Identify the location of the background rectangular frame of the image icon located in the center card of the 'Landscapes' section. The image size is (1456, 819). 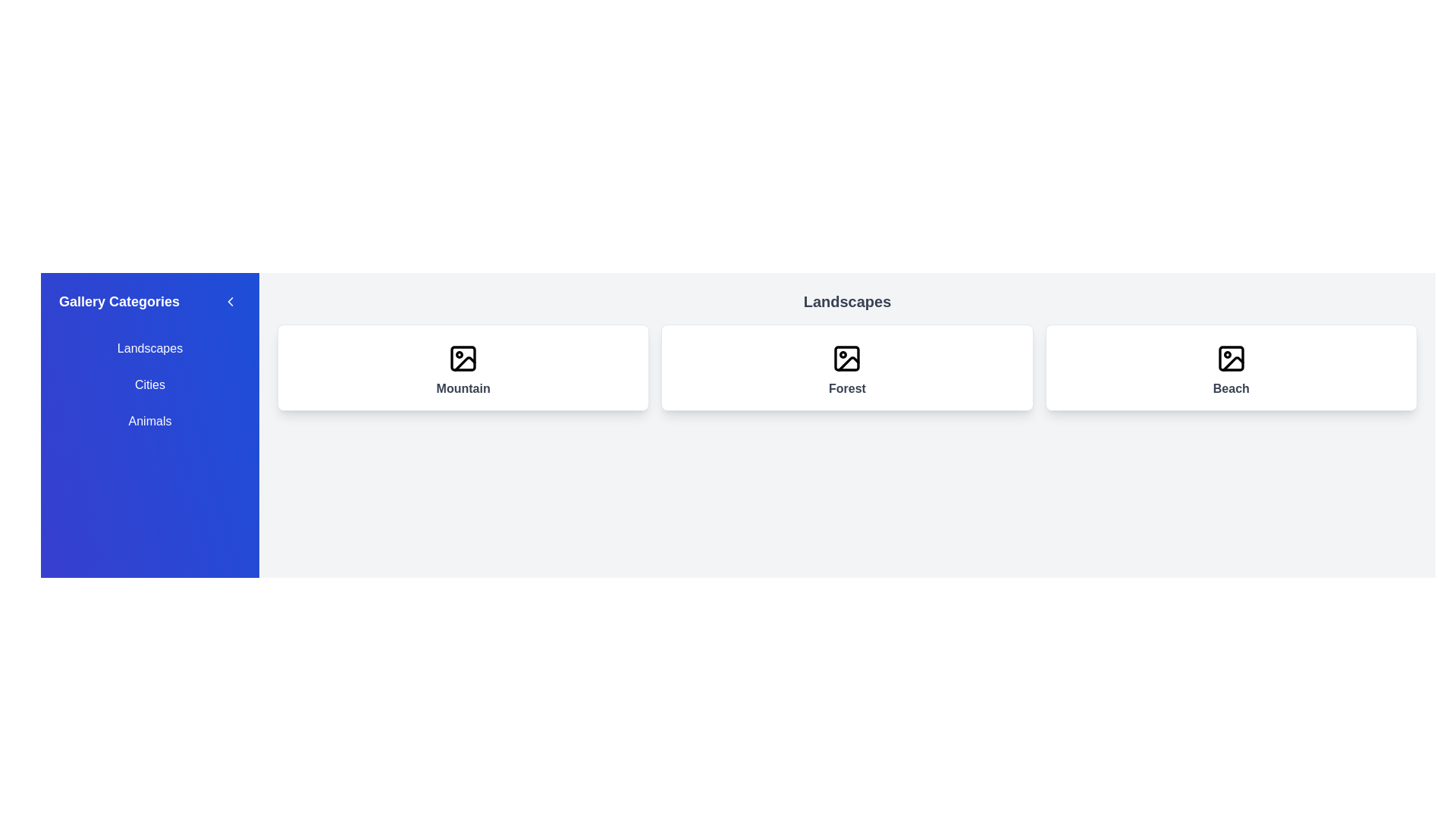
(846, 359).